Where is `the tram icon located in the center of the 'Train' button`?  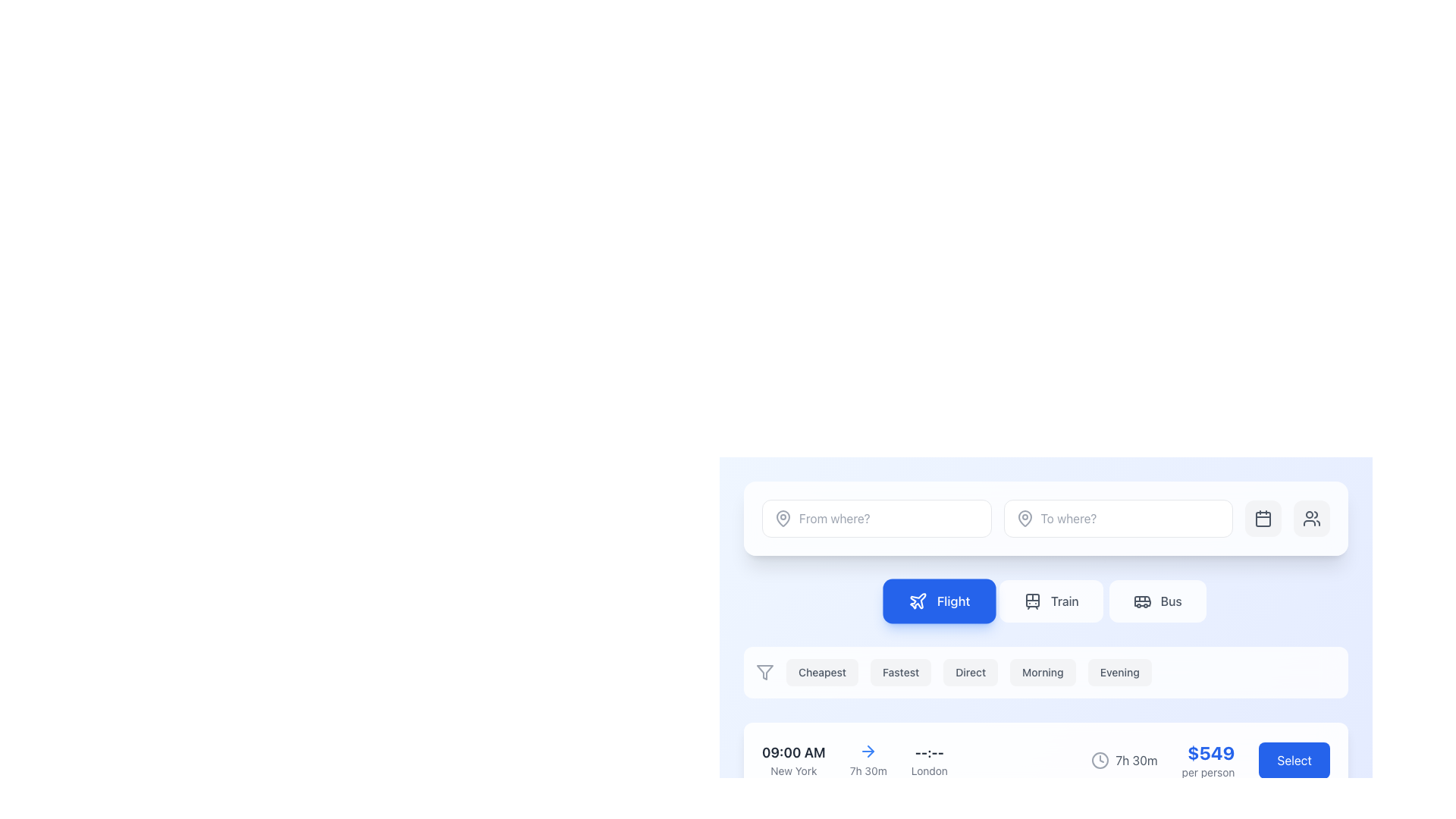
the tram icon located in the center of the 'Train' button is located at coordinates (1031, 601).